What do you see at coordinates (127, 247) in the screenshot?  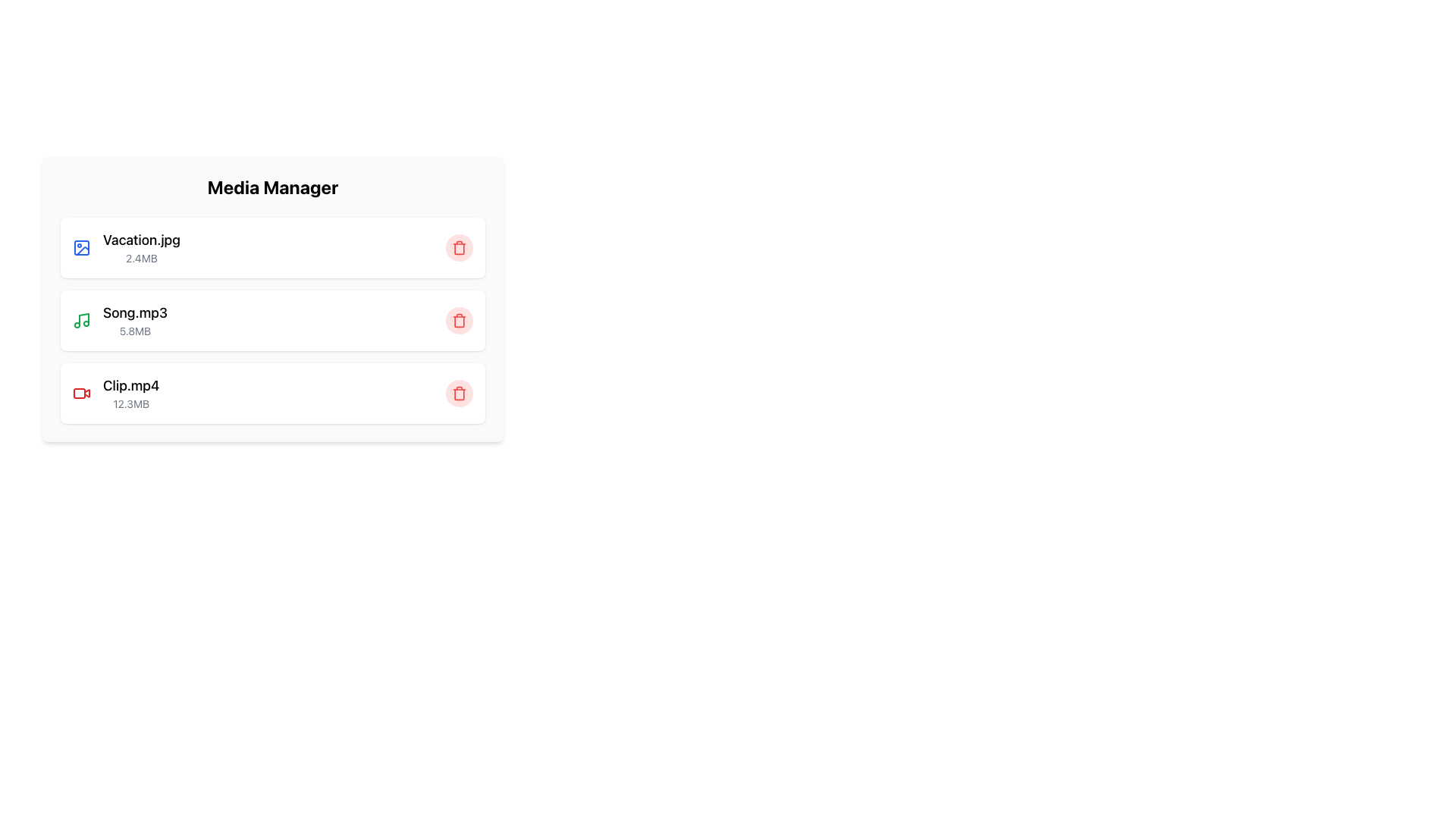 I see `to select the list item representing the image file 'Vacation.jpg' in the 'Media Manager' section` at bounding box center [127, 247].